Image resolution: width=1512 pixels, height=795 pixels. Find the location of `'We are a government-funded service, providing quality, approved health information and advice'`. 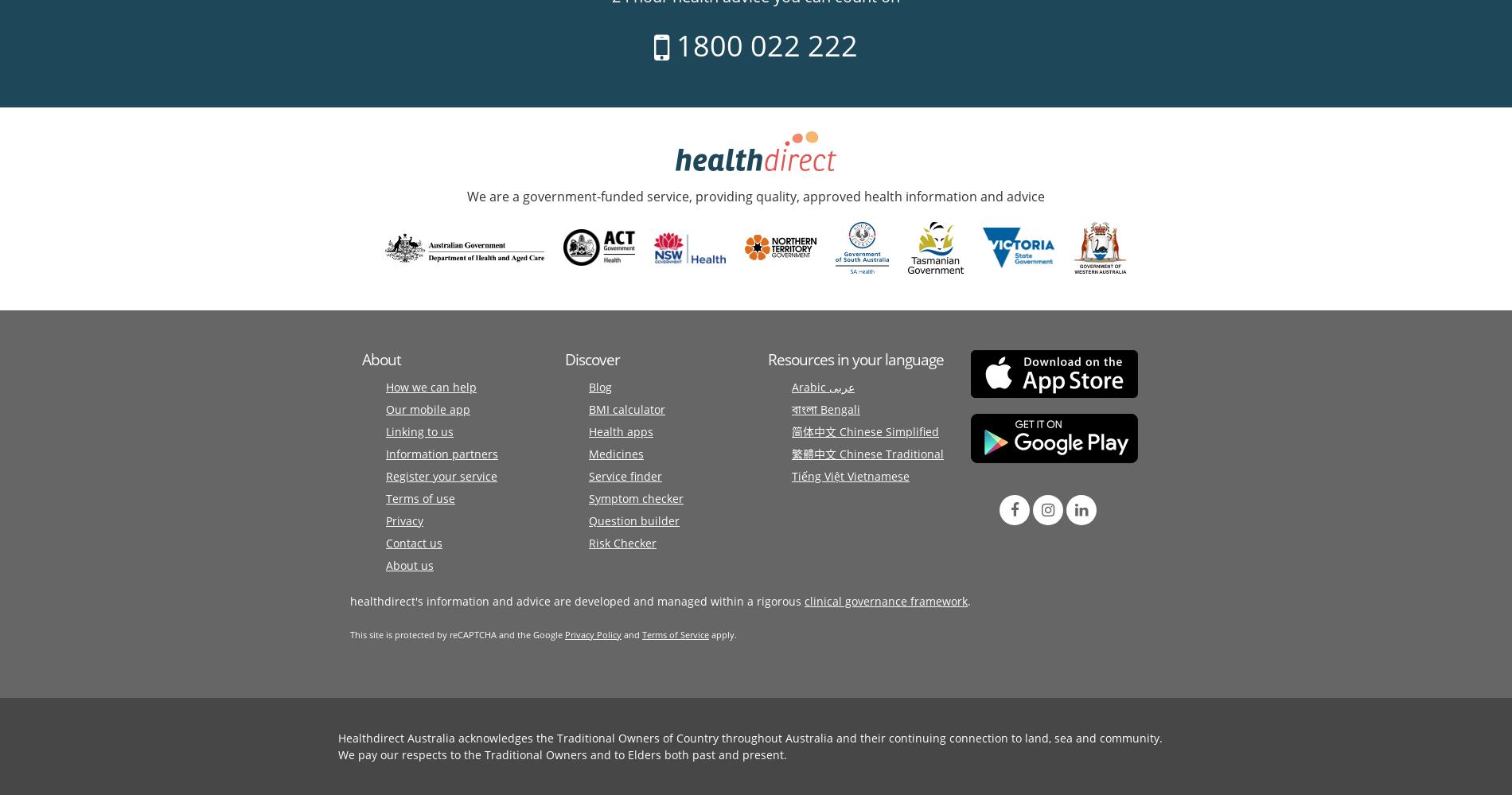

'We are a government-funded service, providing quality, approved health information and advice' is located at coordinates (756, 195).